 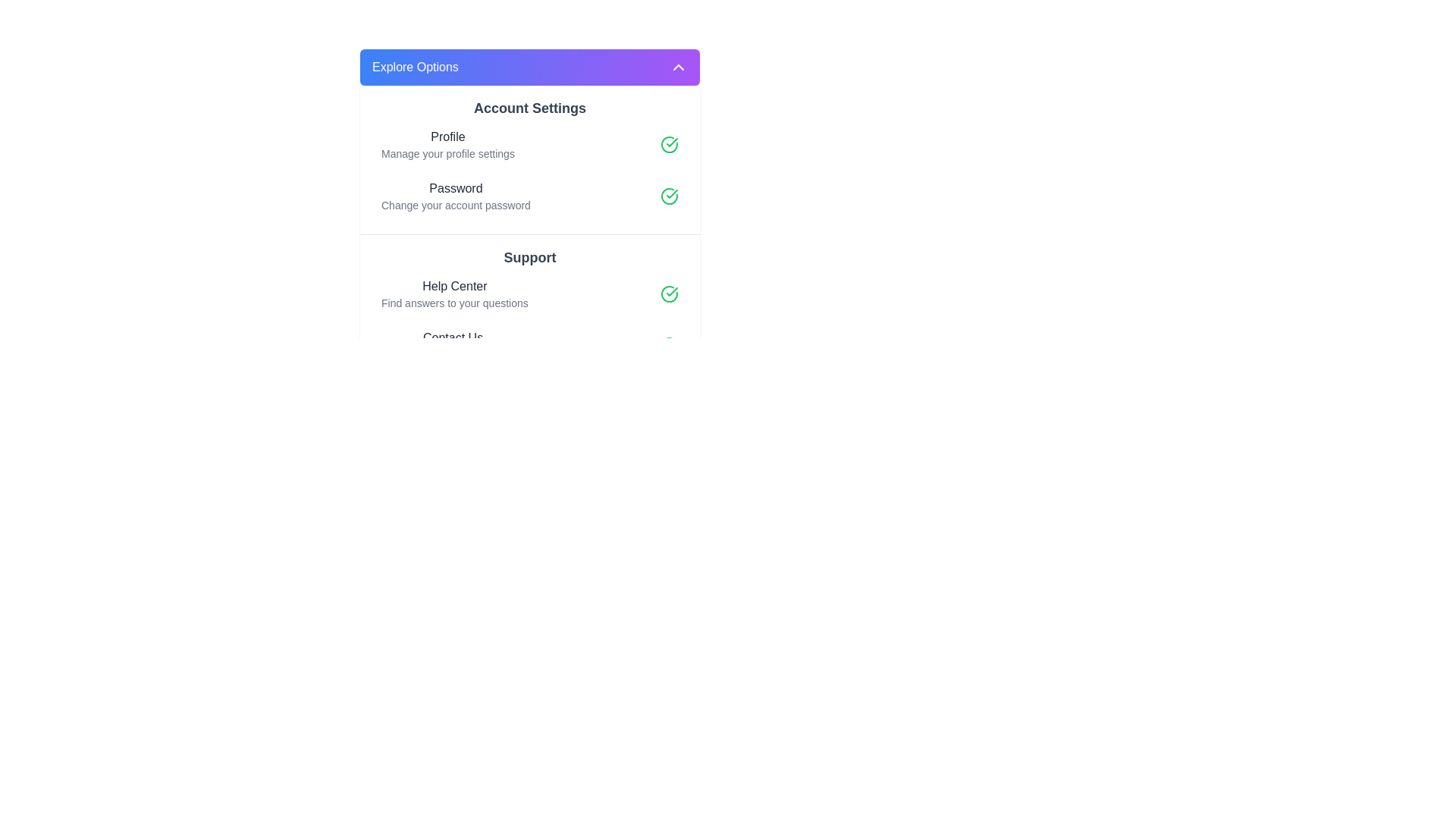 I want to click on the 'Change Password' option in the vertical navigation menu under 'Account Settings', so click(x=530, y=195).